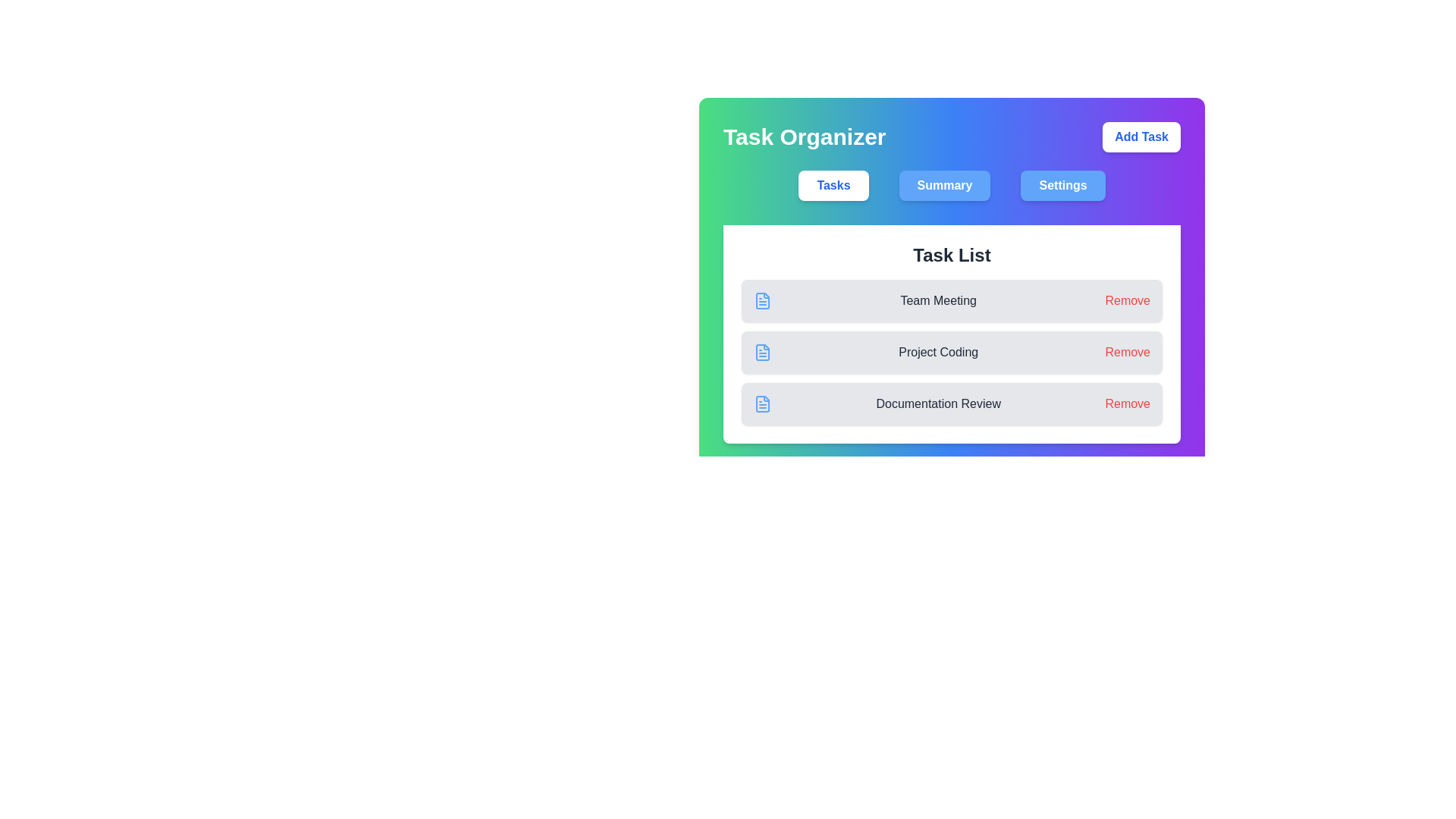 This screenshot has width=1456, height=819. What do you see at coordinates (951, 301) in the screenshot?
I see `the 'Team Meeting' task name text in the first list item to edit or view details` at bounding box center [951, 301].